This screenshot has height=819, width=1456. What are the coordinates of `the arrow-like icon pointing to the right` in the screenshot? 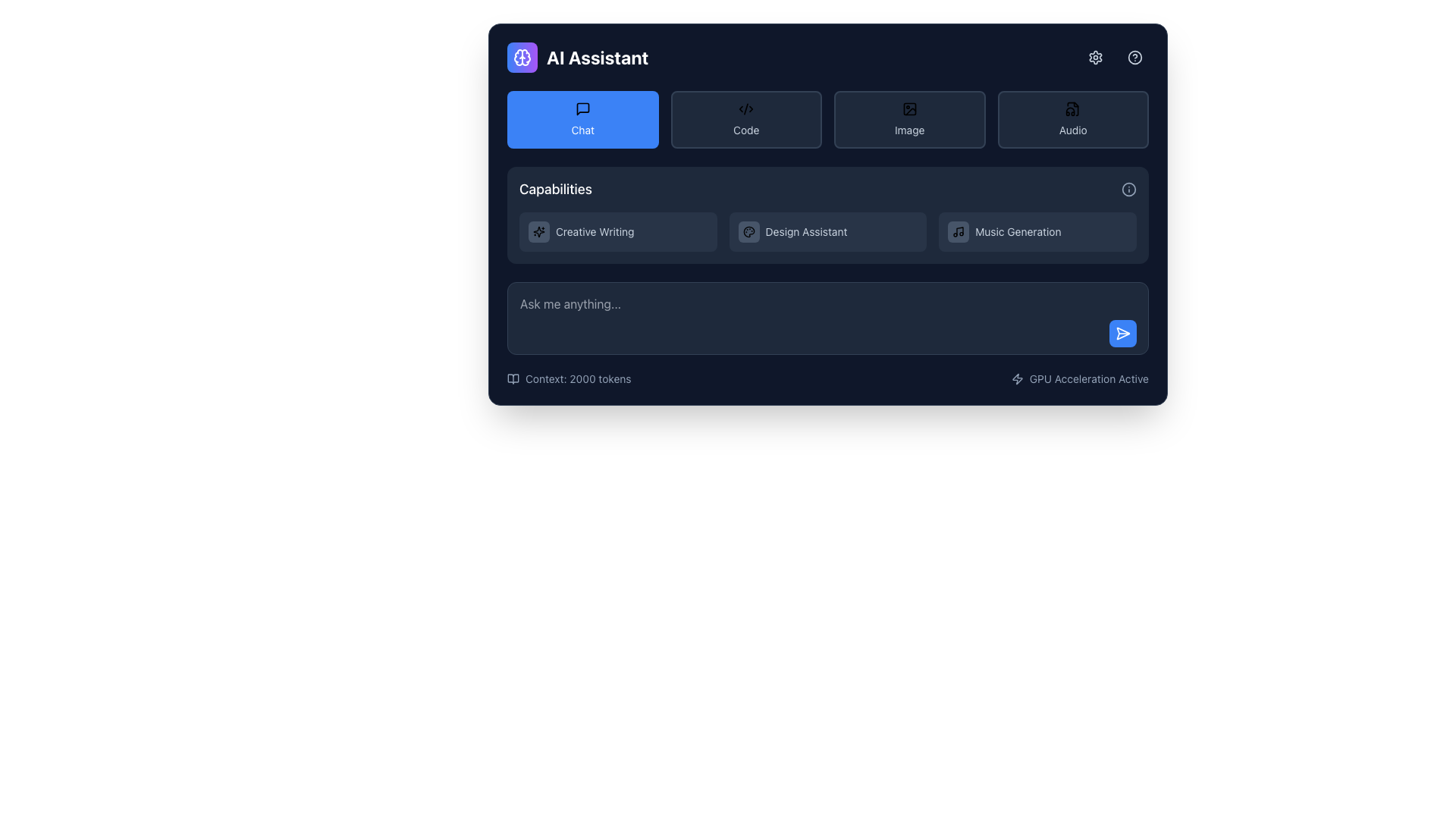 It's located at (1123, 332).